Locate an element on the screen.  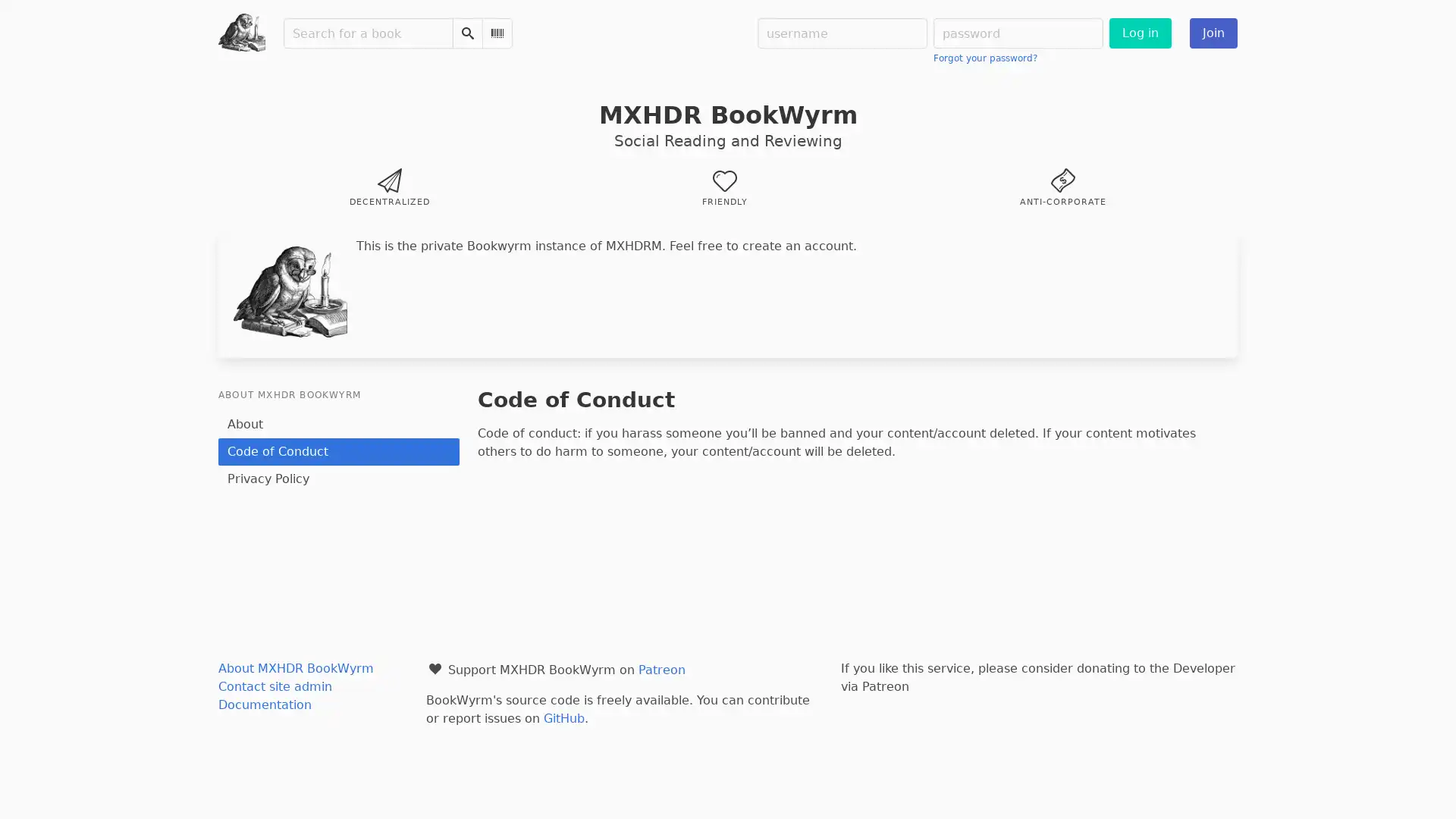
Scan Barcode is located at coordinates (497, 33).